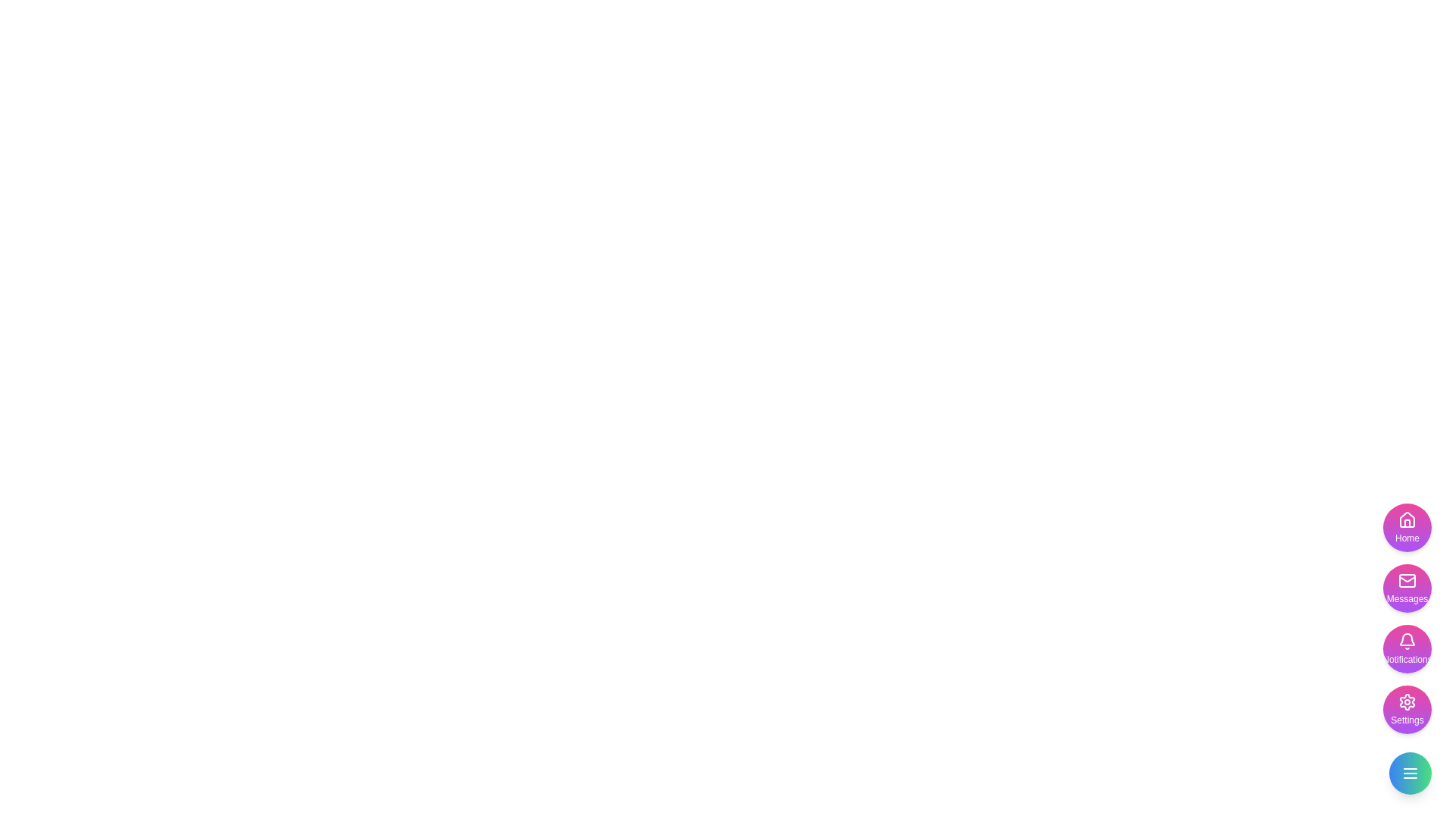  What do you see at coordinates (1407, 587) in the screenshot?
I see `the circular button labeled 'Messages' with a gradient color scheme from purple to pink` at bounding box center [1407, 587].